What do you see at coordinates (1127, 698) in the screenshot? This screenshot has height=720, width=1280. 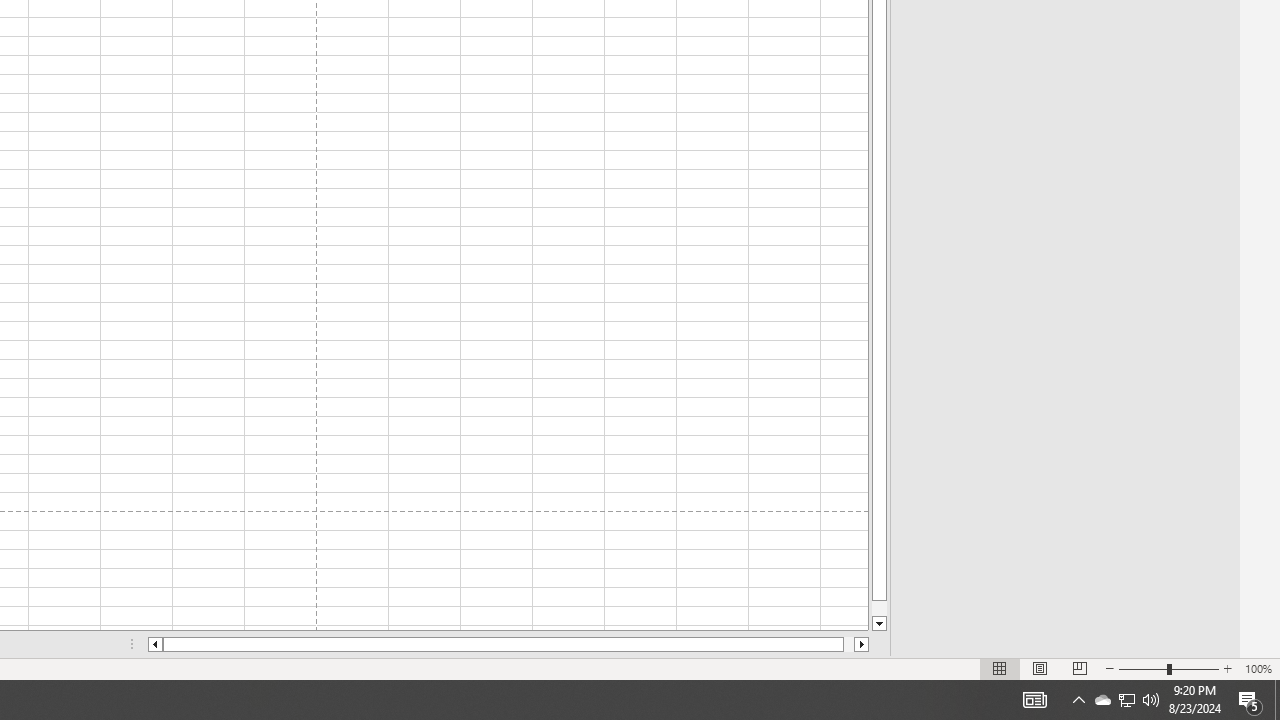 I see `'Zoom Out'` at bounding box center [1127, 698].